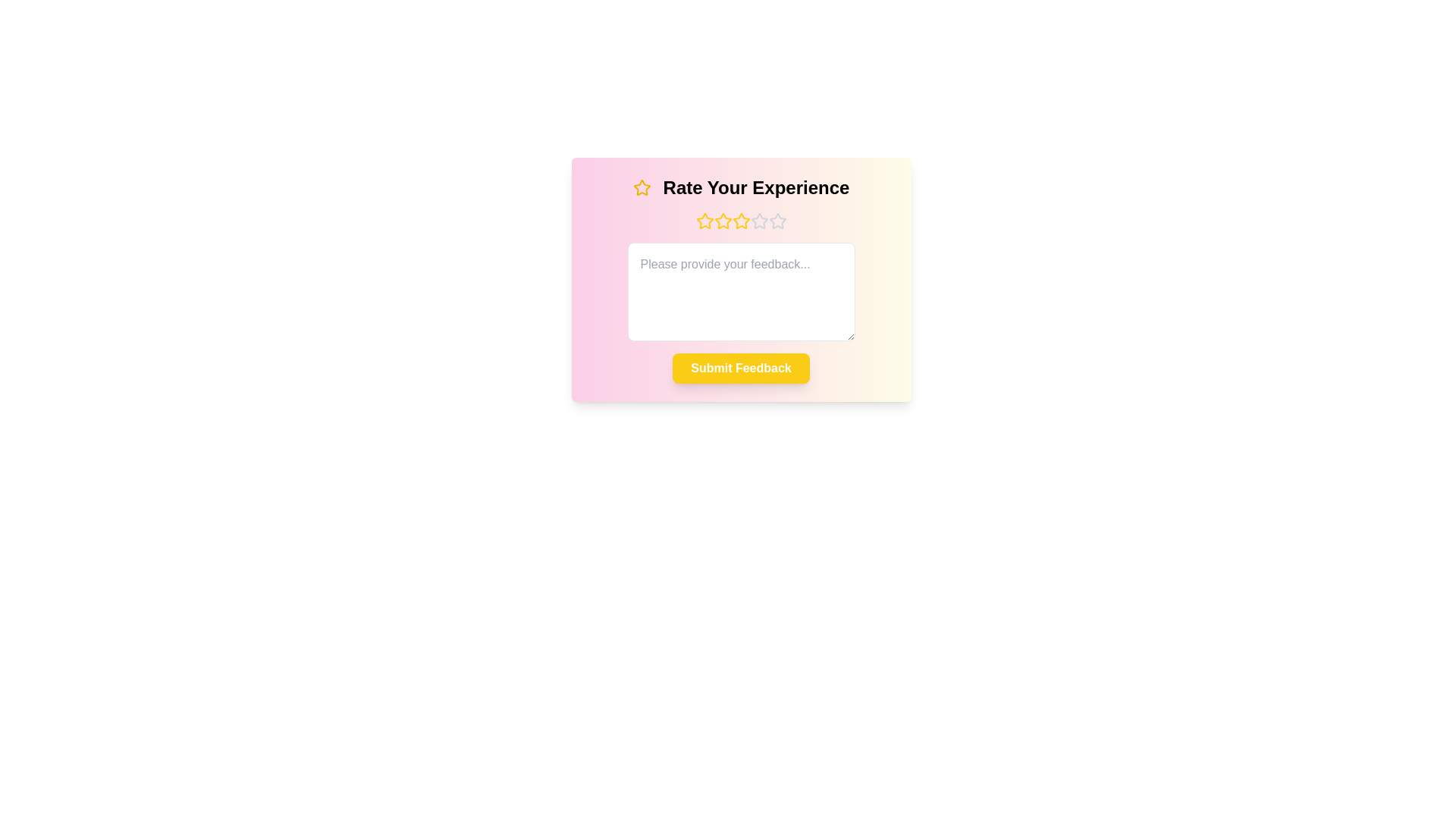  What do you see at coordinates (741, 221) in the screenshot?
I see `the rating to 3 stars by clicking on the corresponding star` at bounding box center [741, 221].